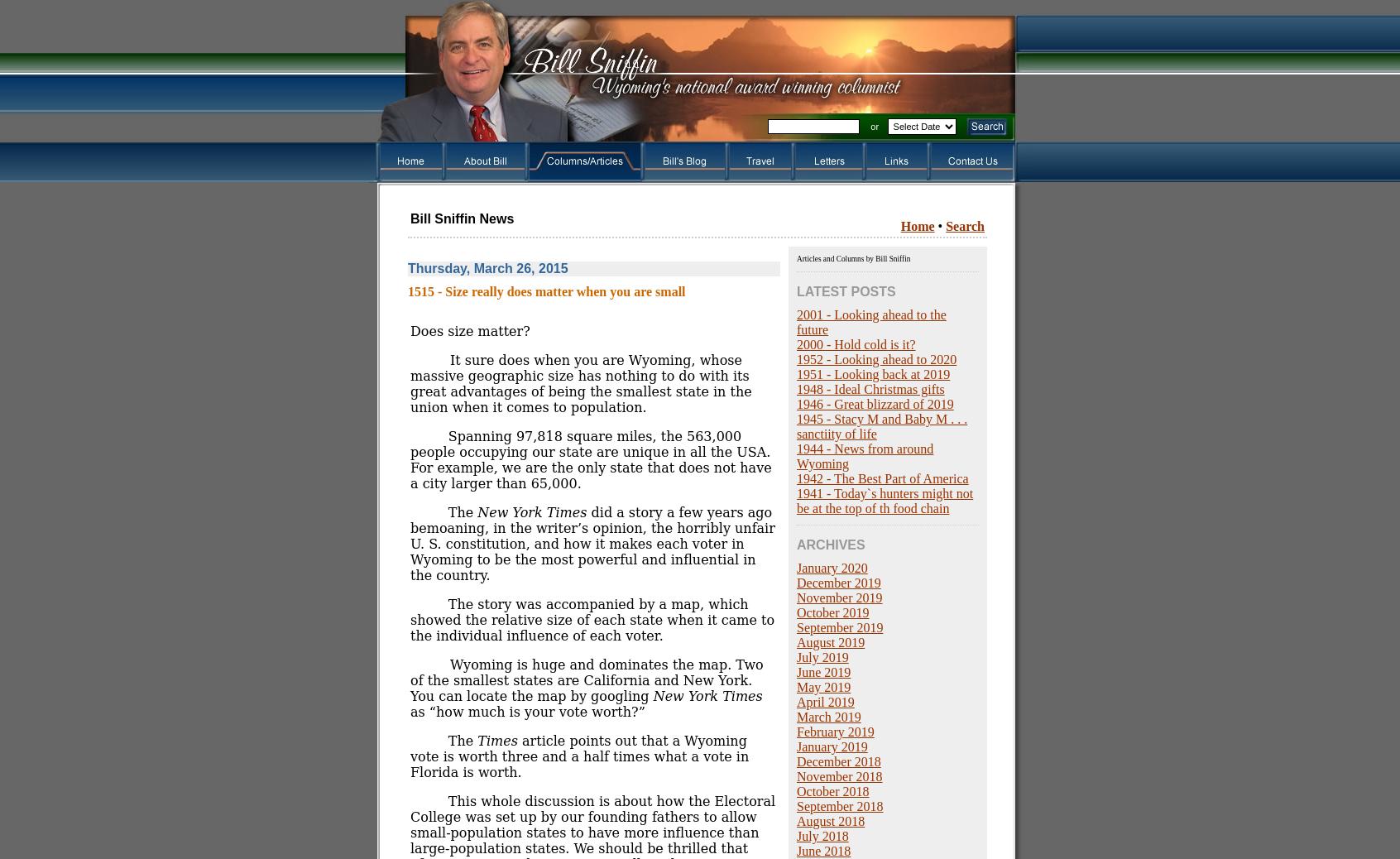 The width and height of the screenshot is (1400, 859). I want to click on '1942 - The Best Part of America', so click(882, 477).